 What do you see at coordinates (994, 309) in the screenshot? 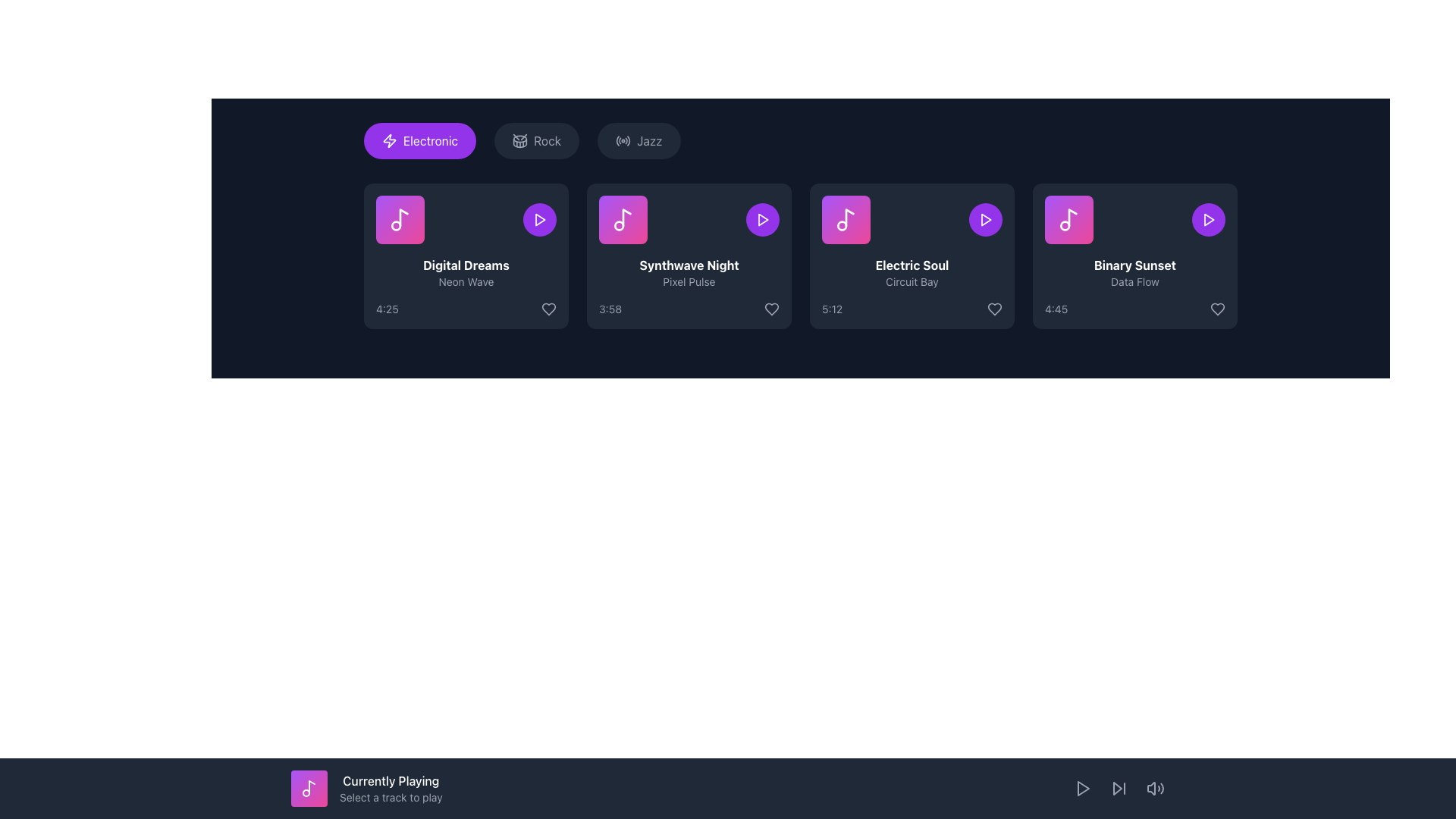
I see `the heart-shaped button with a gray outline located at the bottom-right corner of the 'Electric Soul' card to mark the song as a favorite` at bounding box center [994, 309].